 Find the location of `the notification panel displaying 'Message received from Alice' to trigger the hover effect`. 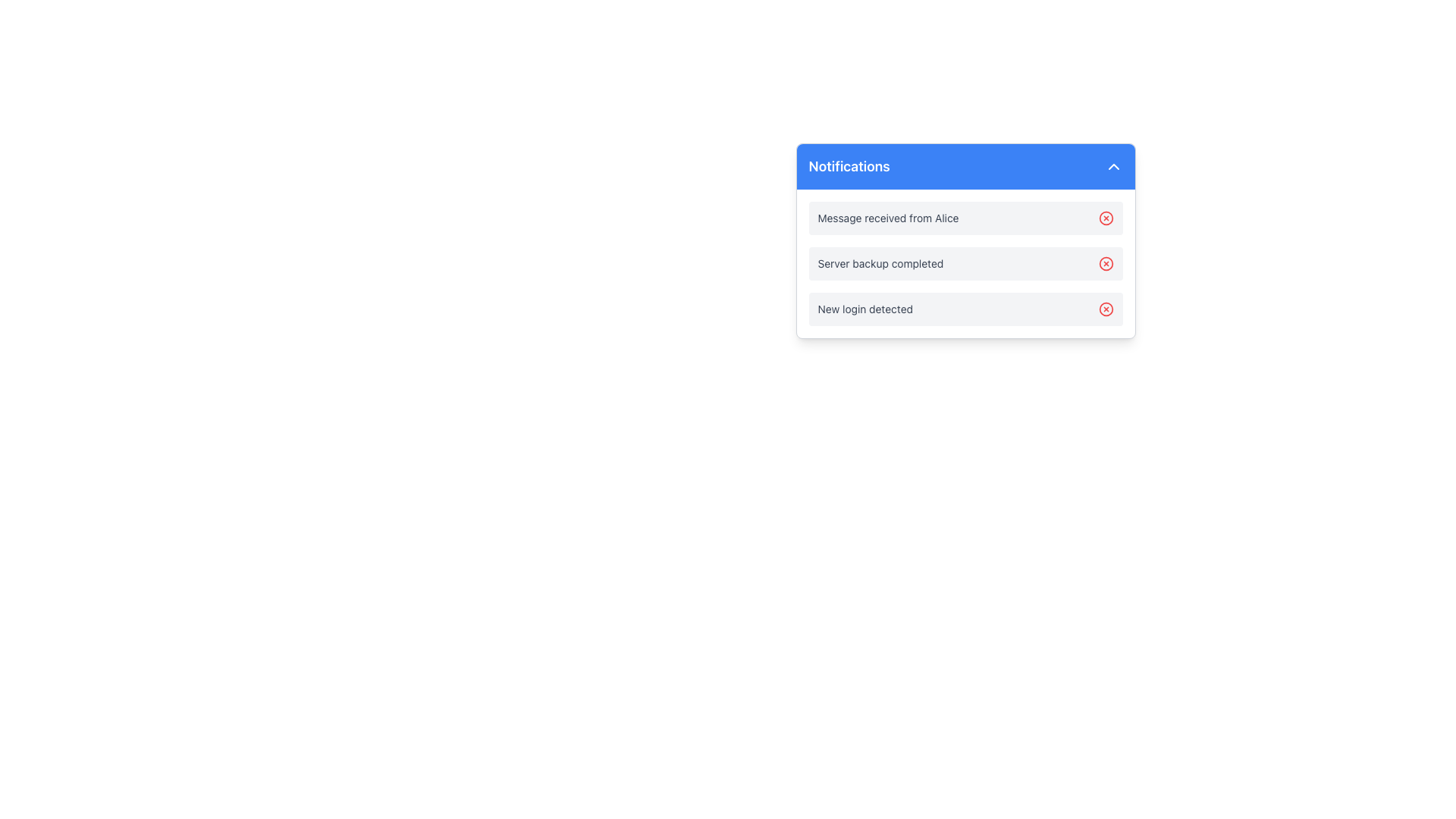

the notification panel displaying 'Message received from Alice' to trigger the hover effect is located at coordinates (965, 218).